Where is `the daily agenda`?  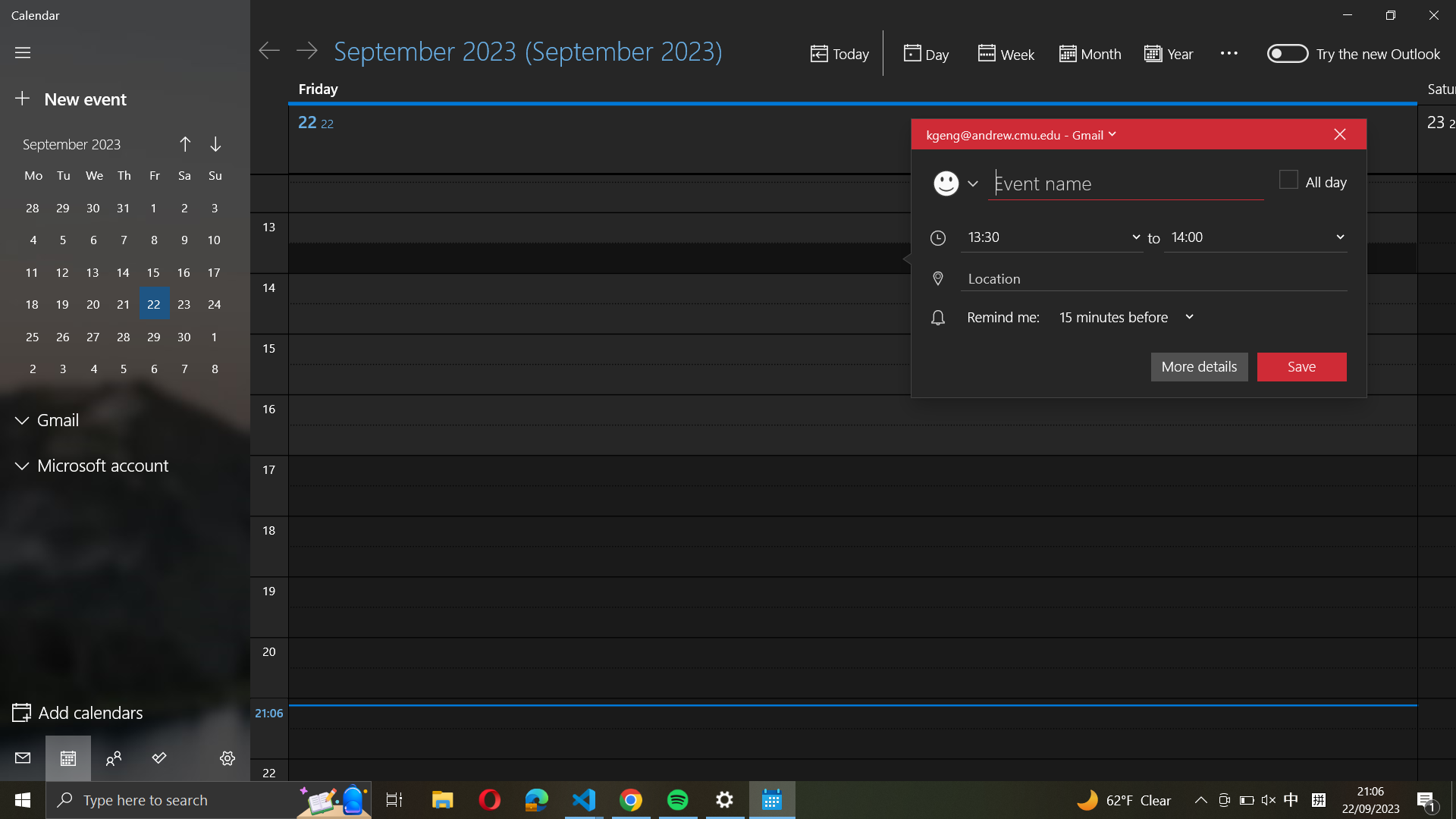 the daily agenda is located at coordinates (925, 52).